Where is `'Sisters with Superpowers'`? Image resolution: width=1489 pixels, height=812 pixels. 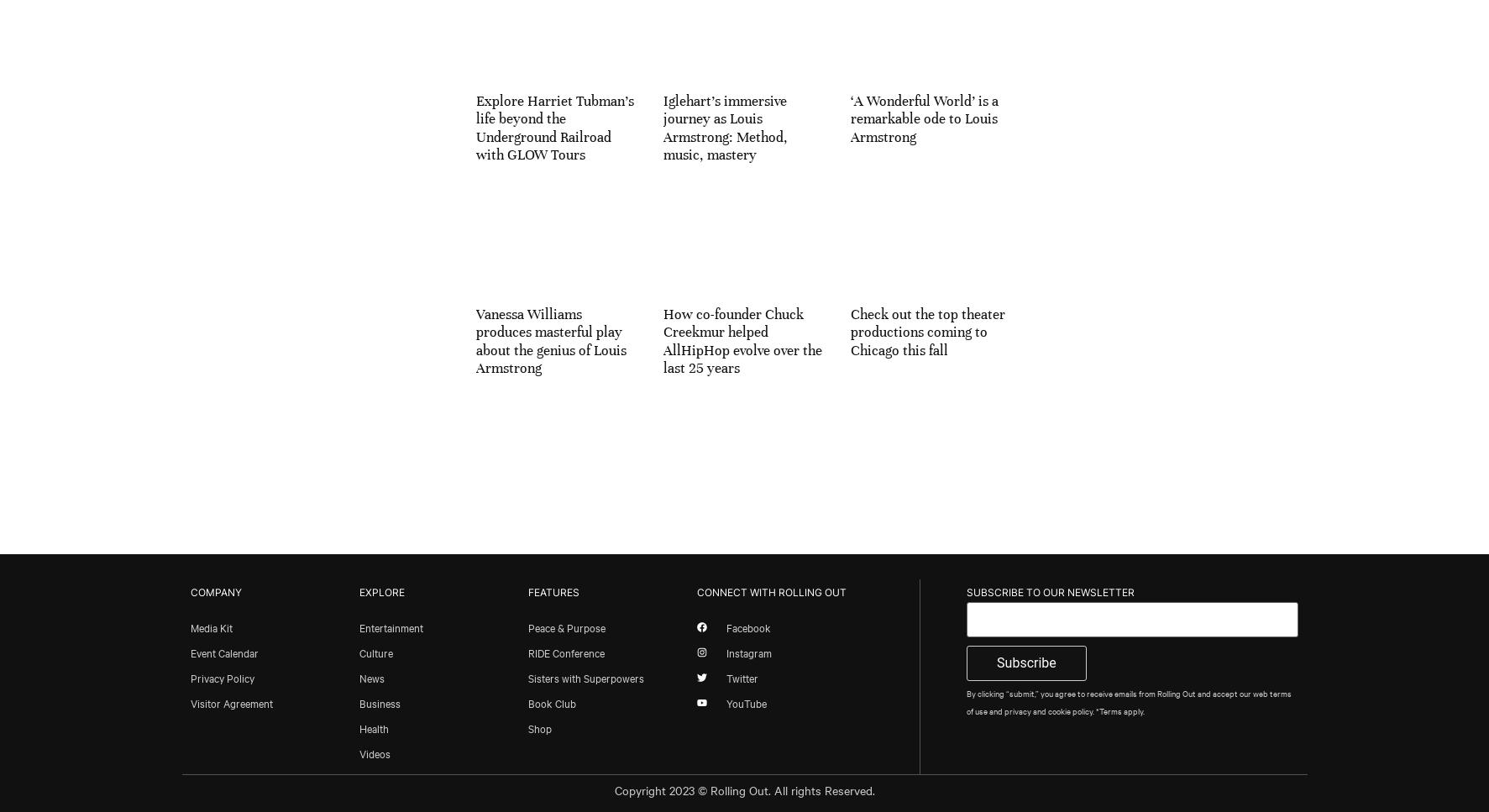
'Sisters with Superpowers' is located at coordinates (585, 675).